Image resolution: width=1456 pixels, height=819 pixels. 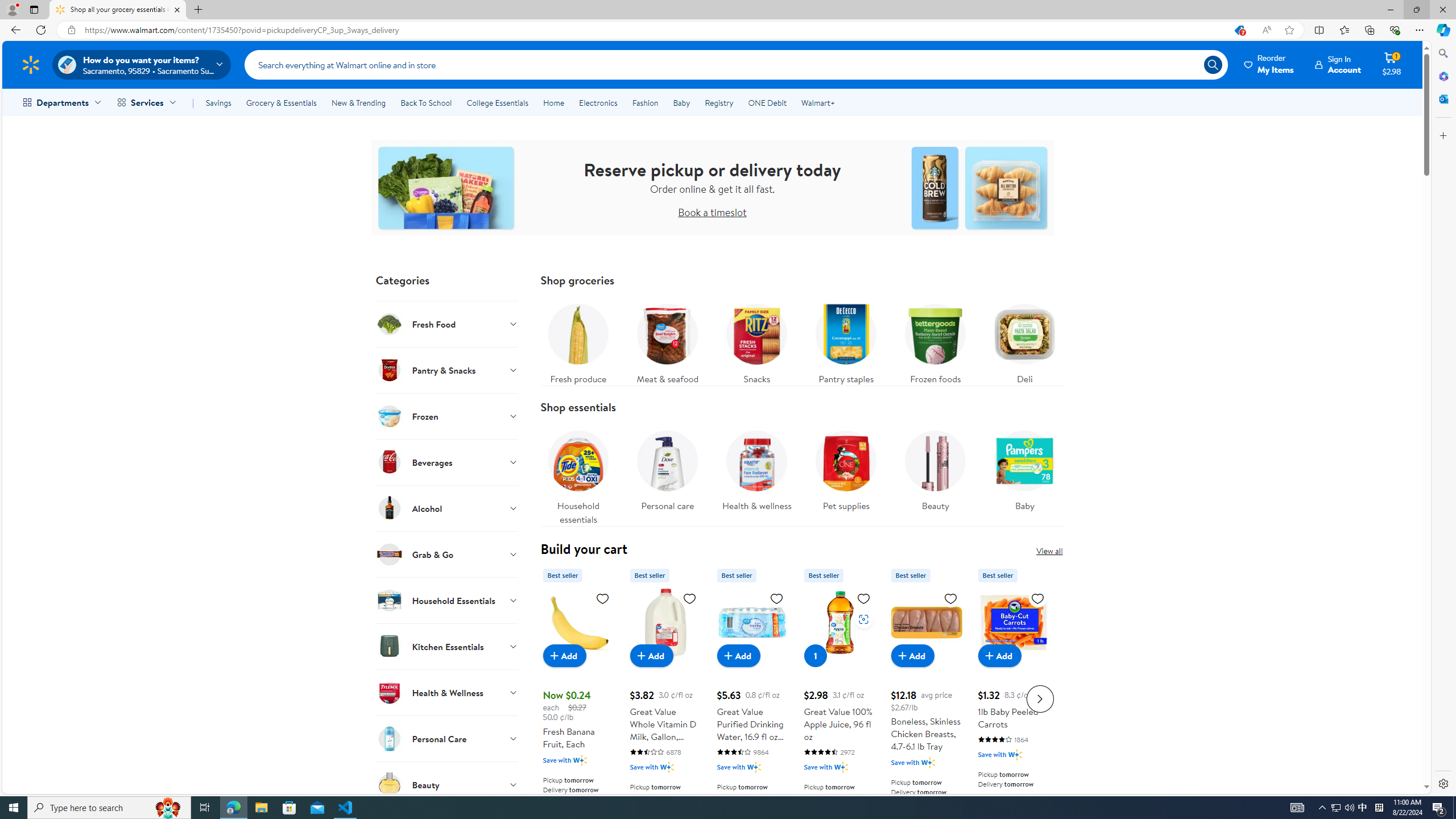 What do you see at coordinates (30, 64) in the screenshot?
I see `'Walmart Homepage'` at bounding box center [30, 64].